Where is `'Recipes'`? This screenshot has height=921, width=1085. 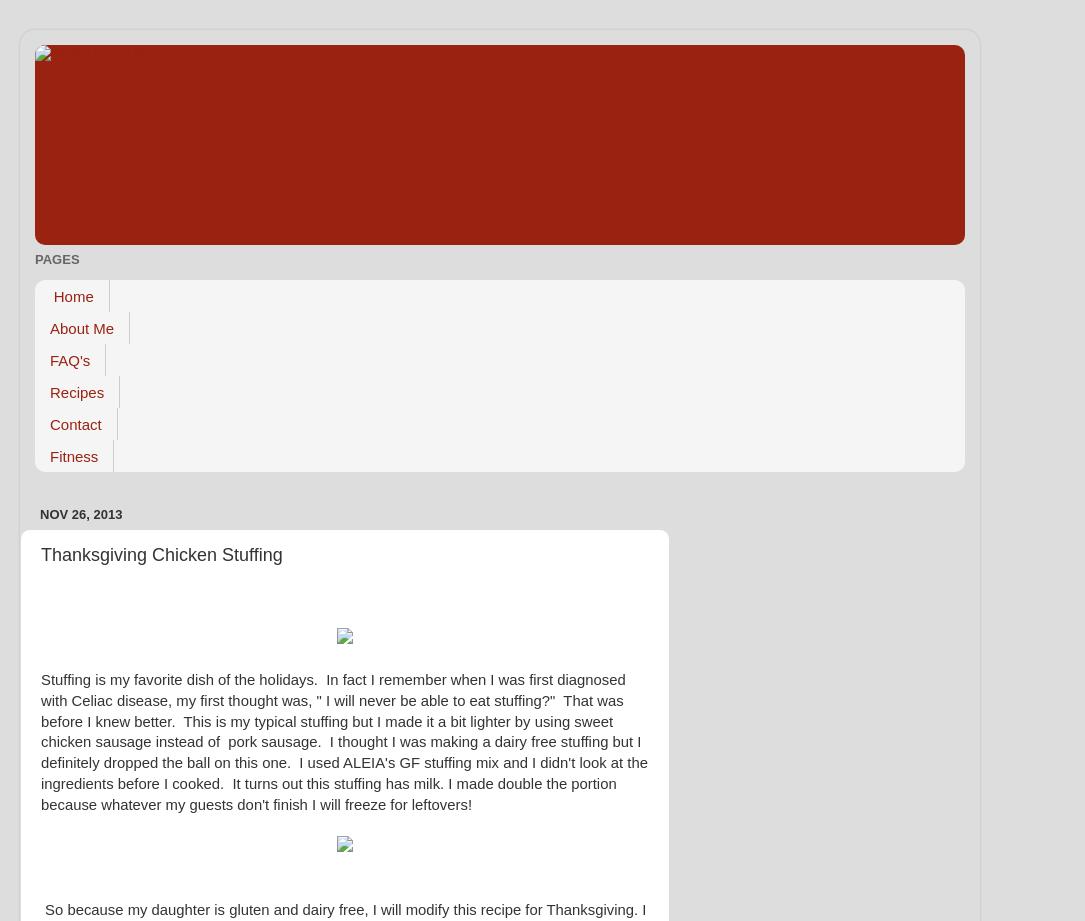 'Recipes' is located at coordinates (77, 391).